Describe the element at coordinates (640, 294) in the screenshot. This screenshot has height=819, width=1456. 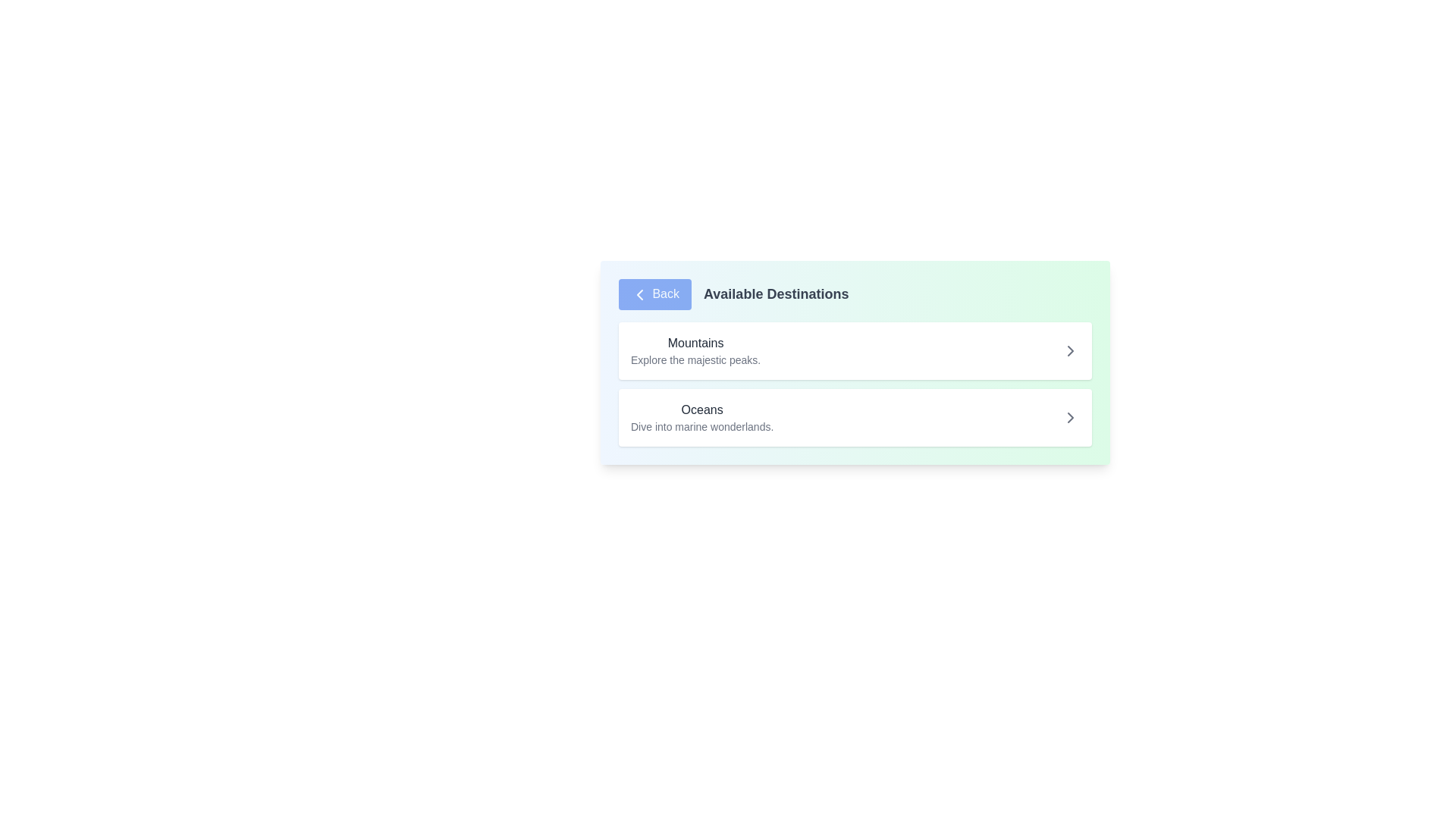
I see `the chevron icon located on the left side of the 'Back' button` at that location.